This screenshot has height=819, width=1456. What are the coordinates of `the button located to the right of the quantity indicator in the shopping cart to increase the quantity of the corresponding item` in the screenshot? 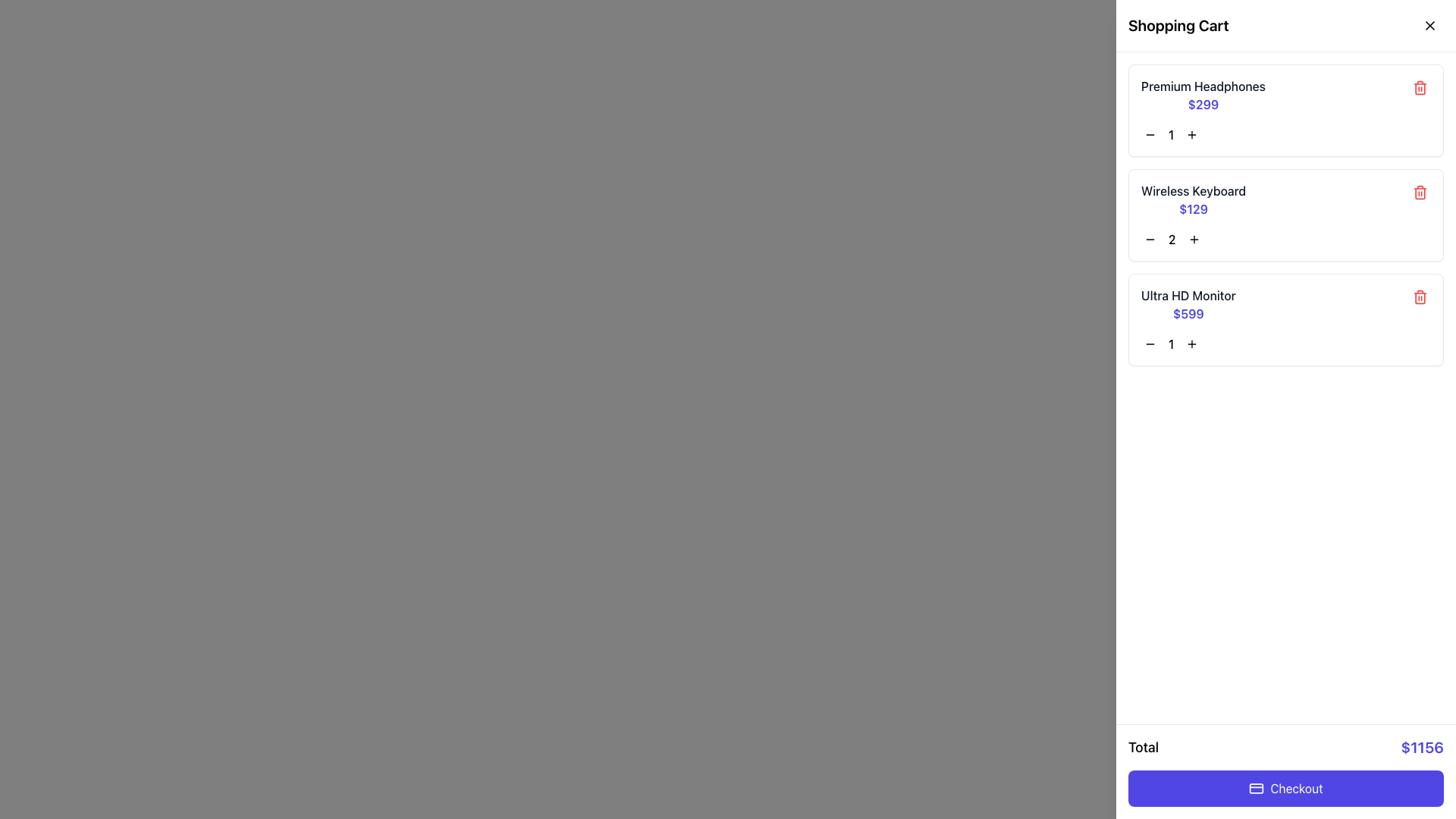 It's located at (1191, 133).